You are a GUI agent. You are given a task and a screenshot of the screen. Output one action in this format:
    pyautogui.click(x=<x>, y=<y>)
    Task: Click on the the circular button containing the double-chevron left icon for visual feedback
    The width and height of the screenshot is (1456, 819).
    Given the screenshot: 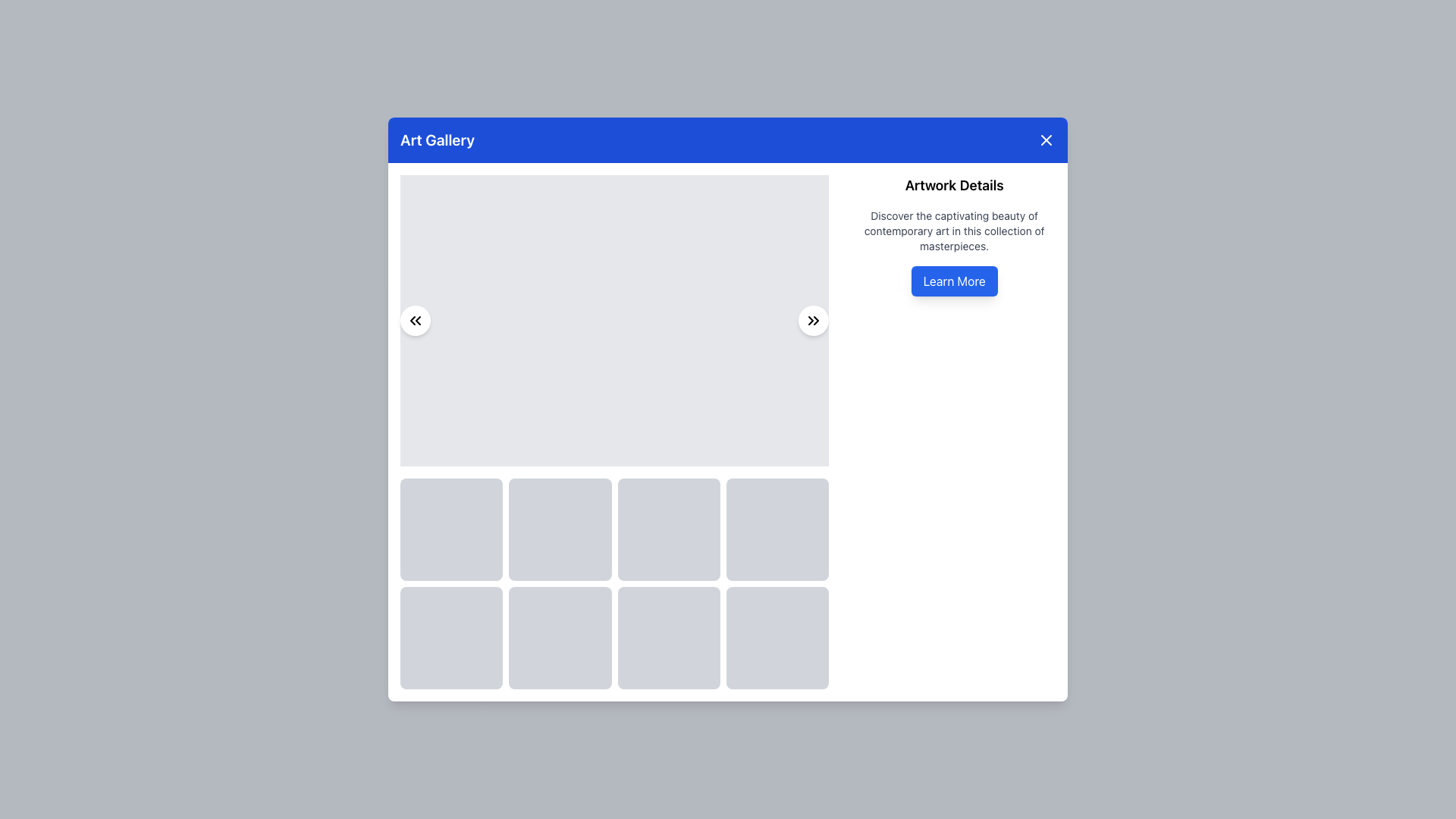 What is the action you would take?
    pyautogui.click(x=415, y=318)
    